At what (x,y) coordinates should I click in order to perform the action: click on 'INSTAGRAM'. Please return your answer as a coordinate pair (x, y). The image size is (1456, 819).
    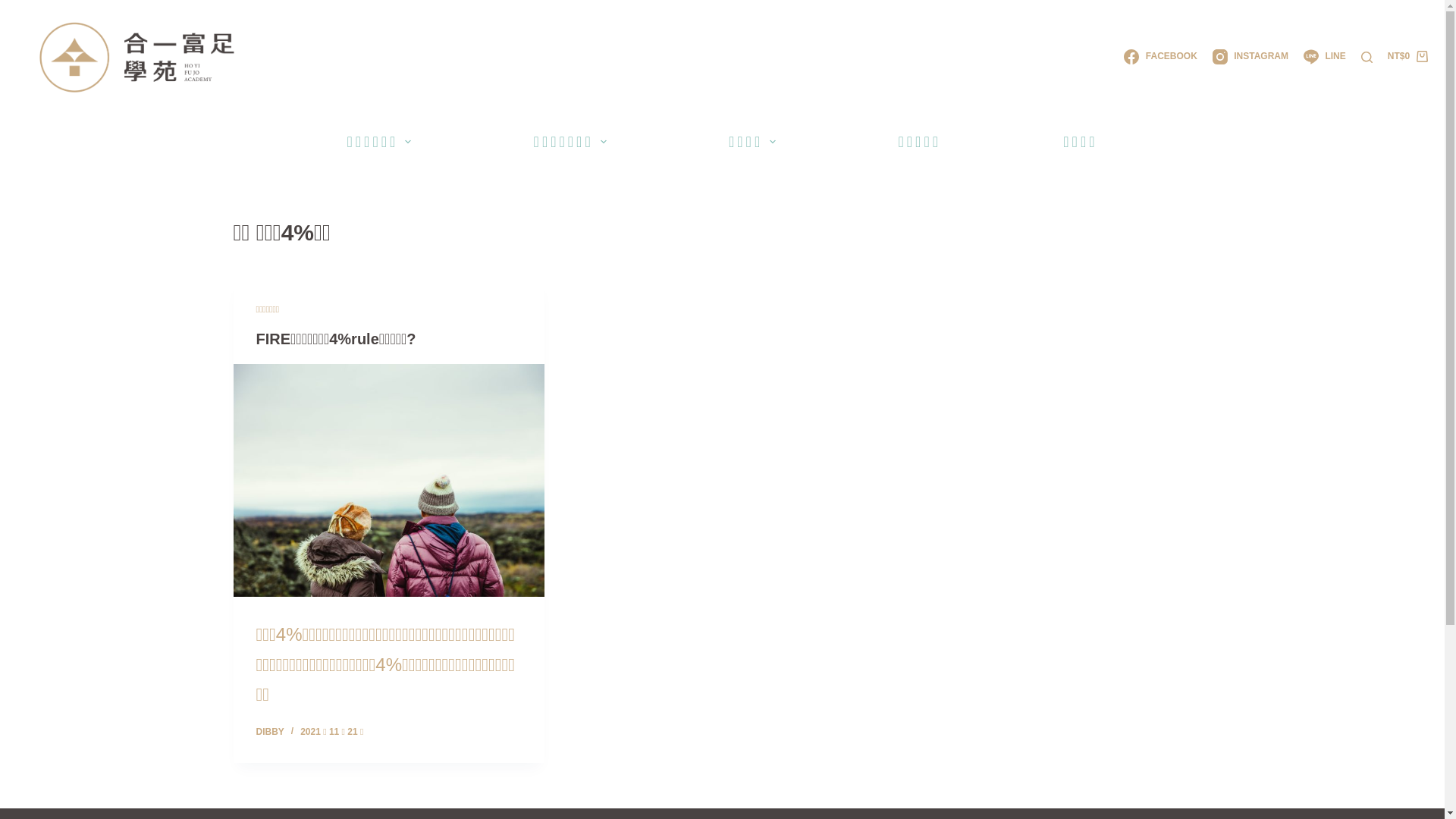
    Looking at the image, I should click on (1250, 55).